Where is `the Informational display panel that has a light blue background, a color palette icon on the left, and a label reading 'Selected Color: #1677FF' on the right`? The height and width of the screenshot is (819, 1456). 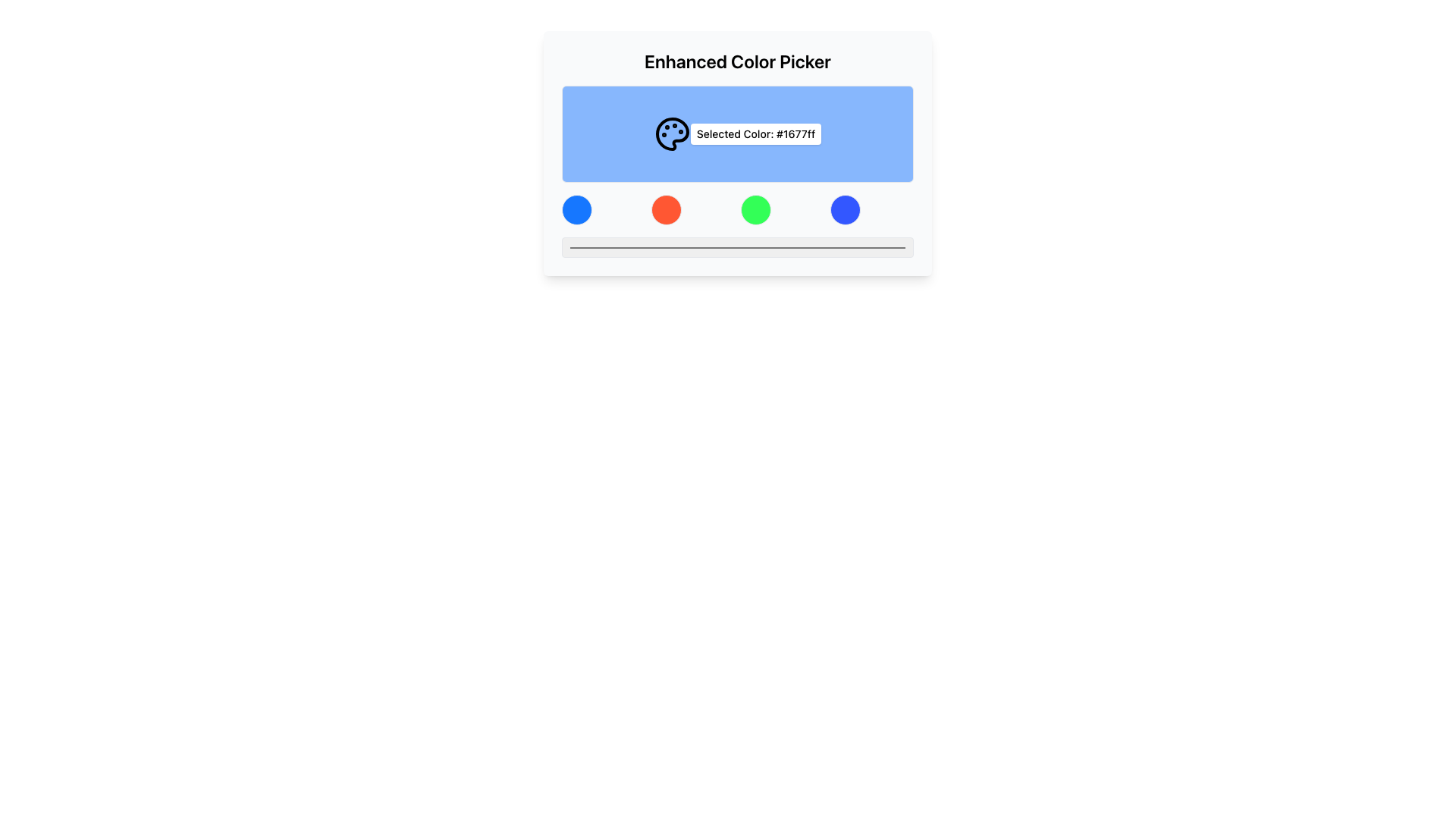 the Informational display panel that has a light blue background, a color palette icon on the left, and a label reading 'Selected Color: #1677FF' on the right is located at coordinates (738, 133).